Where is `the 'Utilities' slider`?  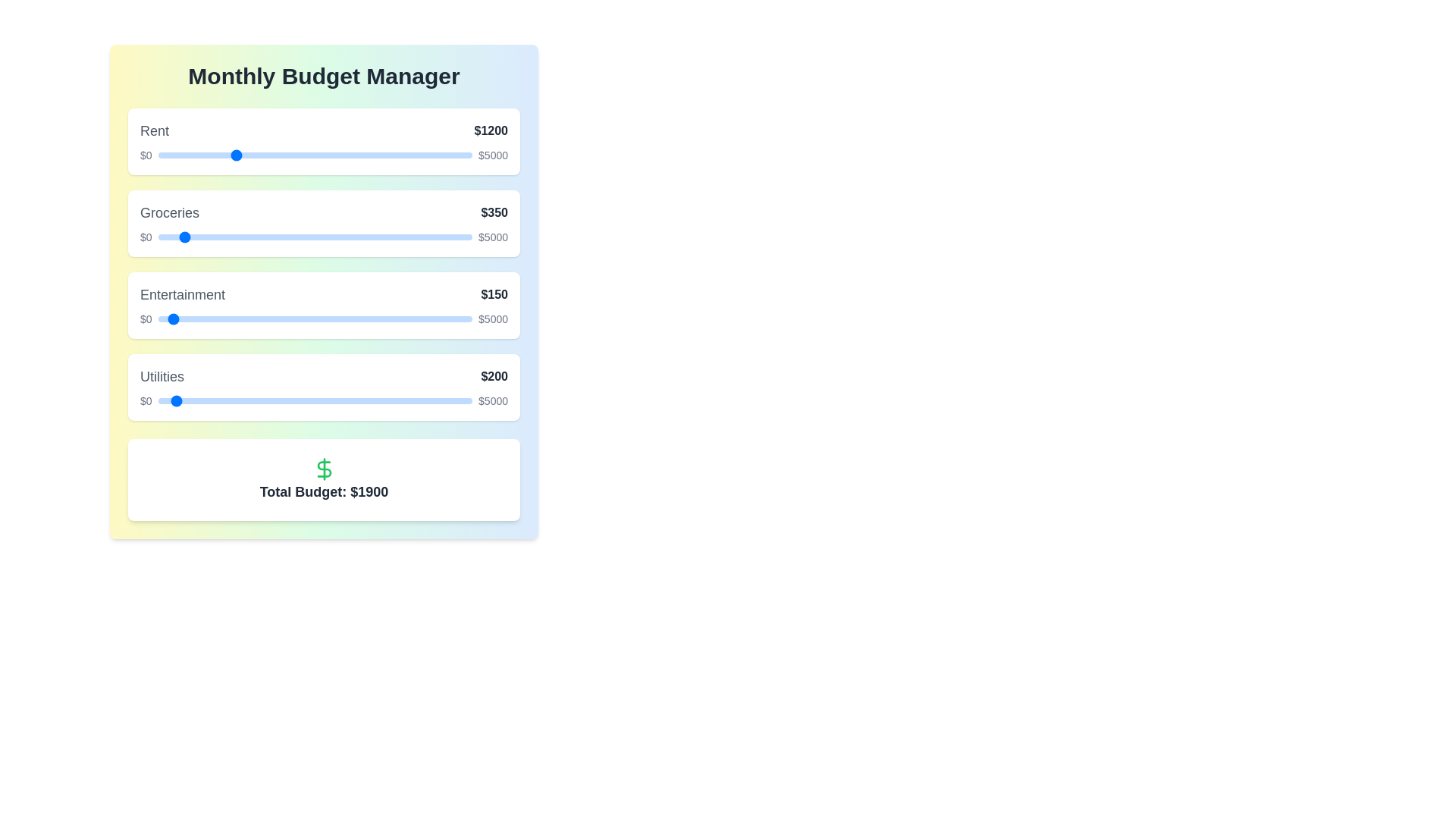 the 'Utilities' slider is located at coordinates (355, 400).